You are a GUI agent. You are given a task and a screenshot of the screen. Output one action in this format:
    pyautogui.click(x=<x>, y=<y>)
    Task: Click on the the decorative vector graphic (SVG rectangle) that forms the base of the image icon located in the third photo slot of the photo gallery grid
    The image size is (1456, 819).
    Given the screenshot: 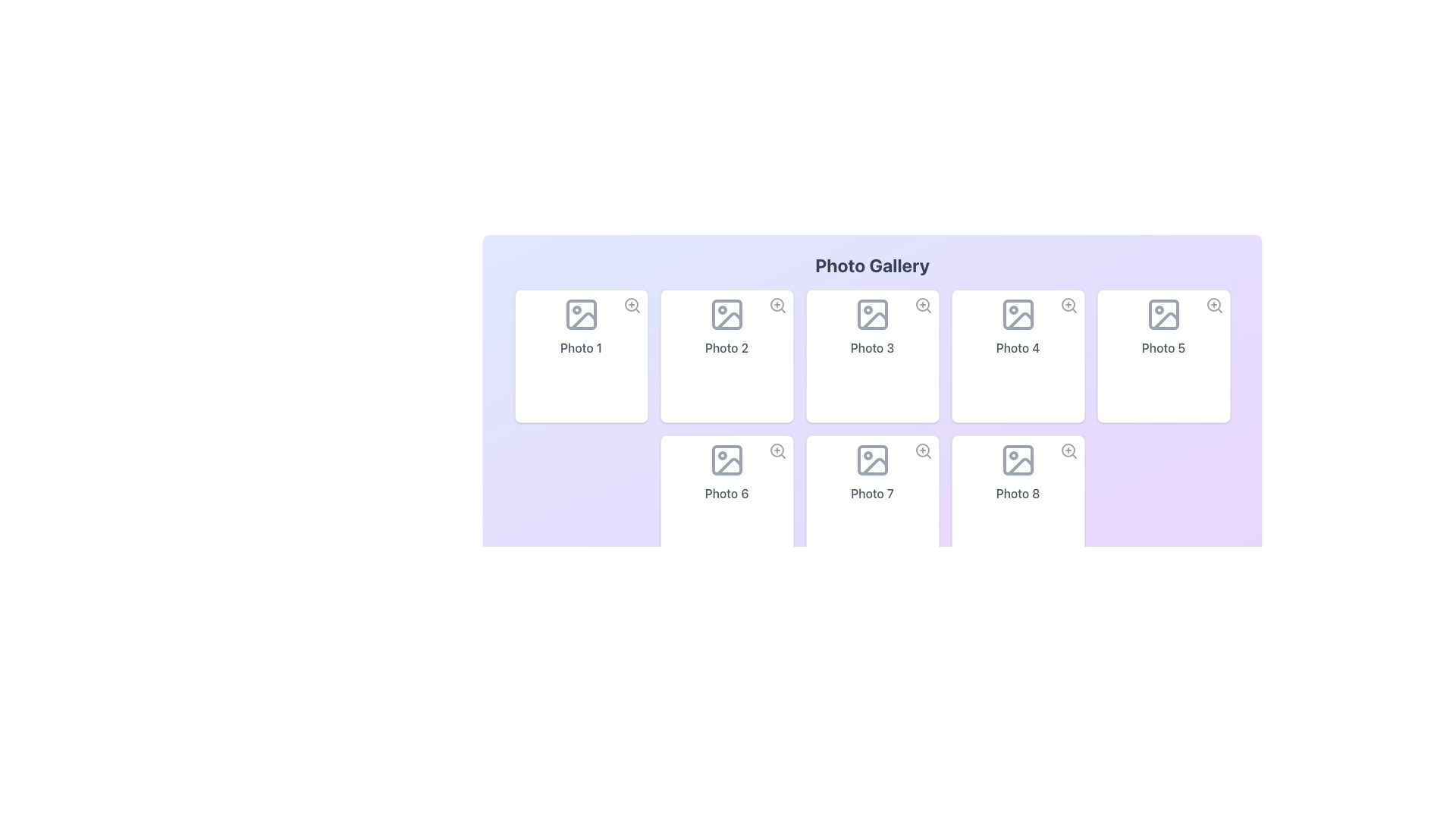 What is the action you would take?
    pyautogui.click(x=872, y=314)
    